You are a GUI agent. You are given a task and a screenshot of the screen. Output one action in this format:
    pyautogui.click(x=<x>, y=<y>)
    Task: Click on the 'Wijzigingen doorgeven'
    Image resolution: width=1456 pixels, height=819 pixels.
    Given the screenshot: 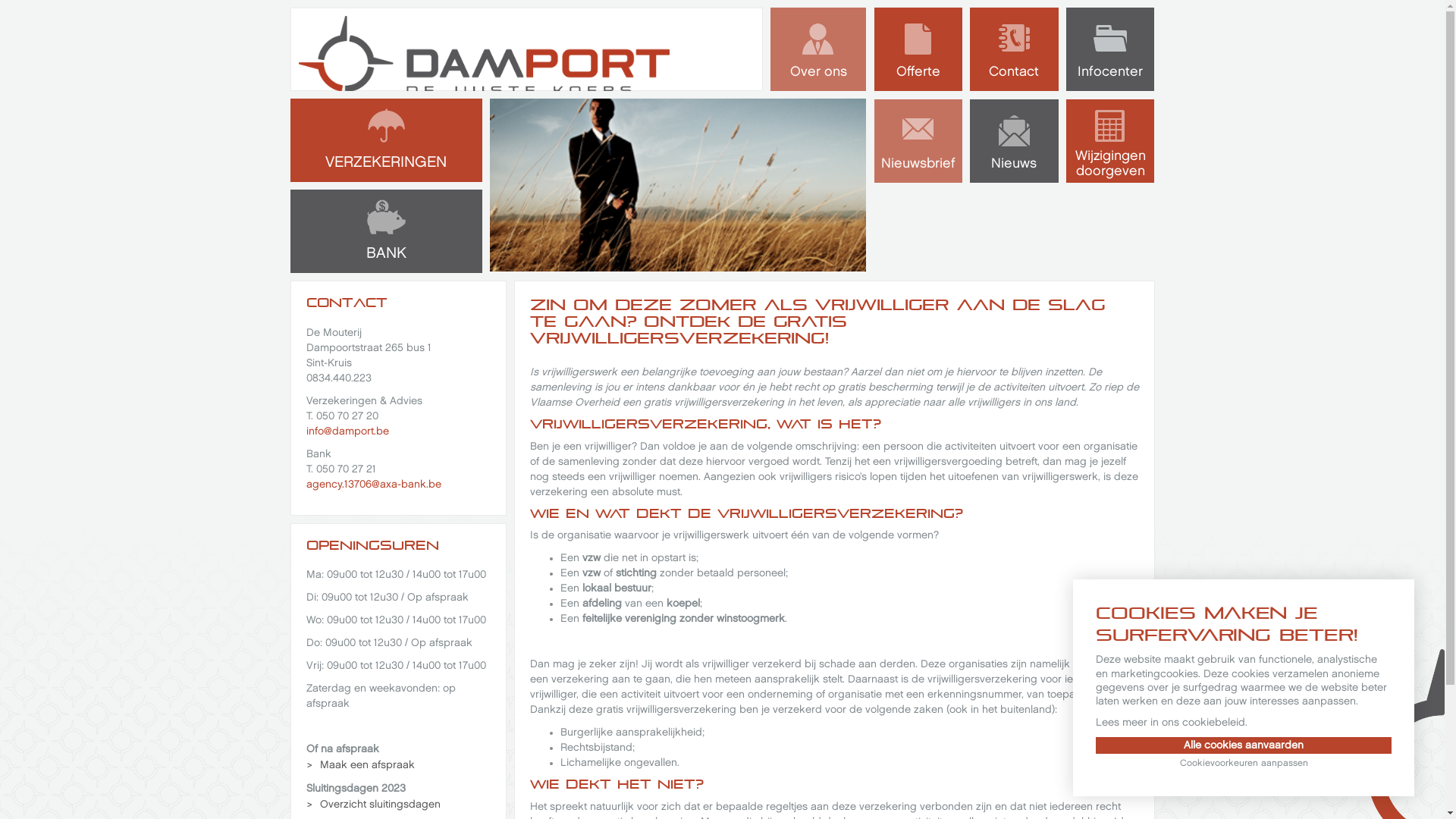 What is the action you would take?
    pyautogui.click(x=1110, y=140)
    